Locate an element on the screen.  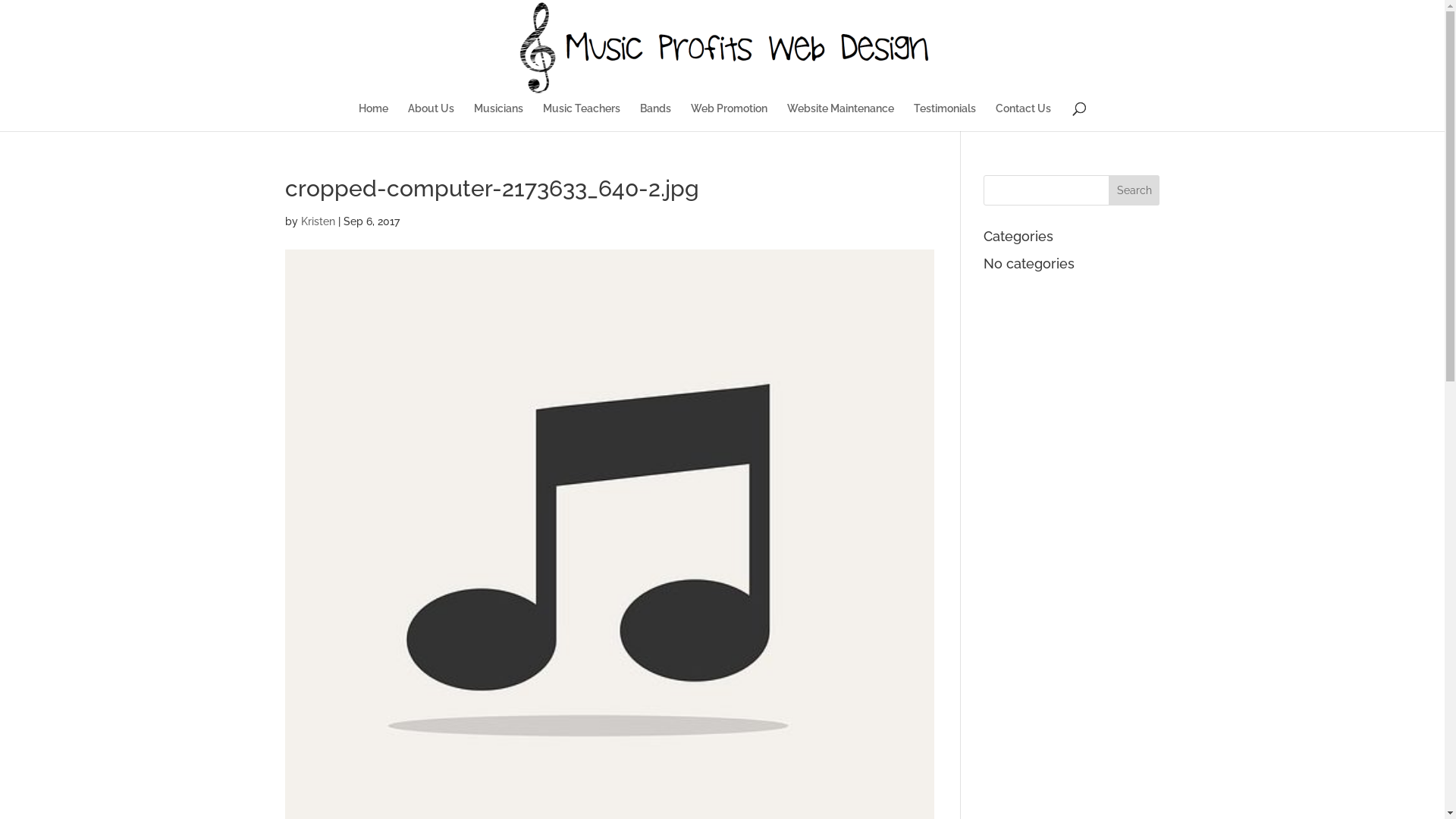
'Bands' is located at coordinates (655, 116).